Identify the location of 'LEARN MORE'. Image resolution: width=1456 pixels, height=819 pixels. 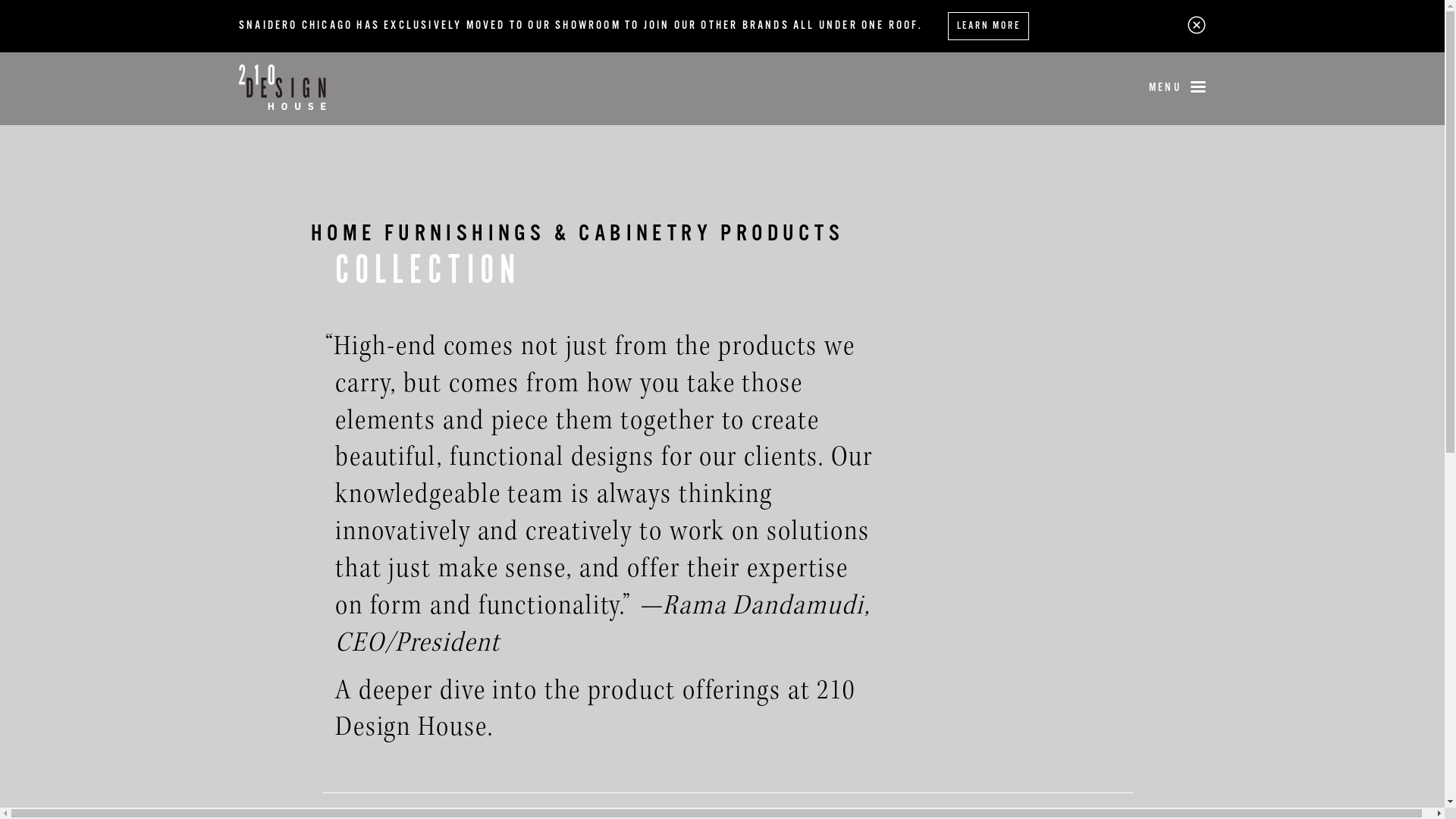
(988, 26).